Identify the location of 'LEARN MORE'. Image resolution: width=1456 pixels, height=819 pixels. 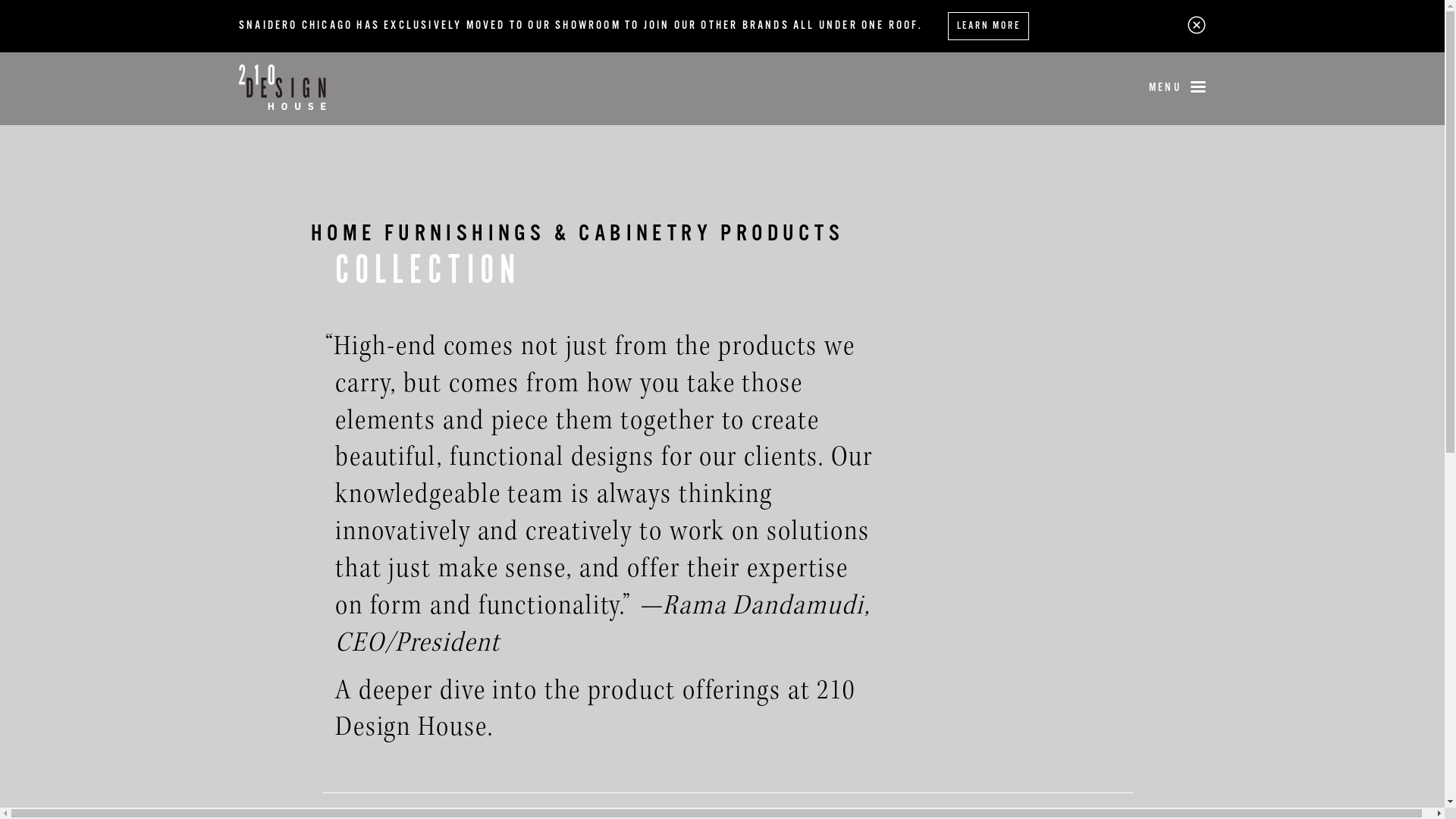
(988, 26).